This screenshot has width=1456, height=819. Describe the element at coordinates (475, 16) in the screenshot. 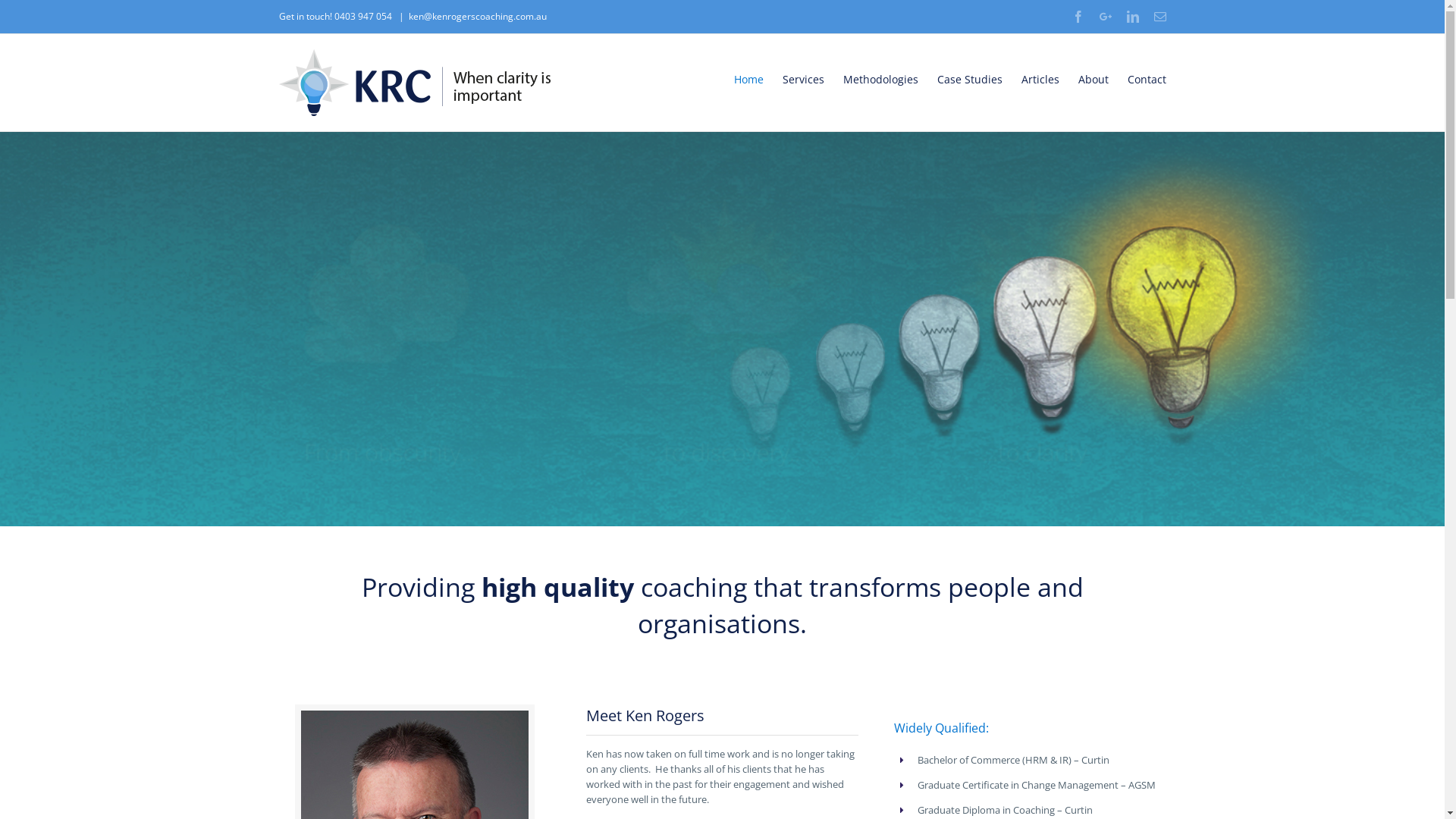

I see `'ken@kenrogerscoaching.com.au'` at that location.